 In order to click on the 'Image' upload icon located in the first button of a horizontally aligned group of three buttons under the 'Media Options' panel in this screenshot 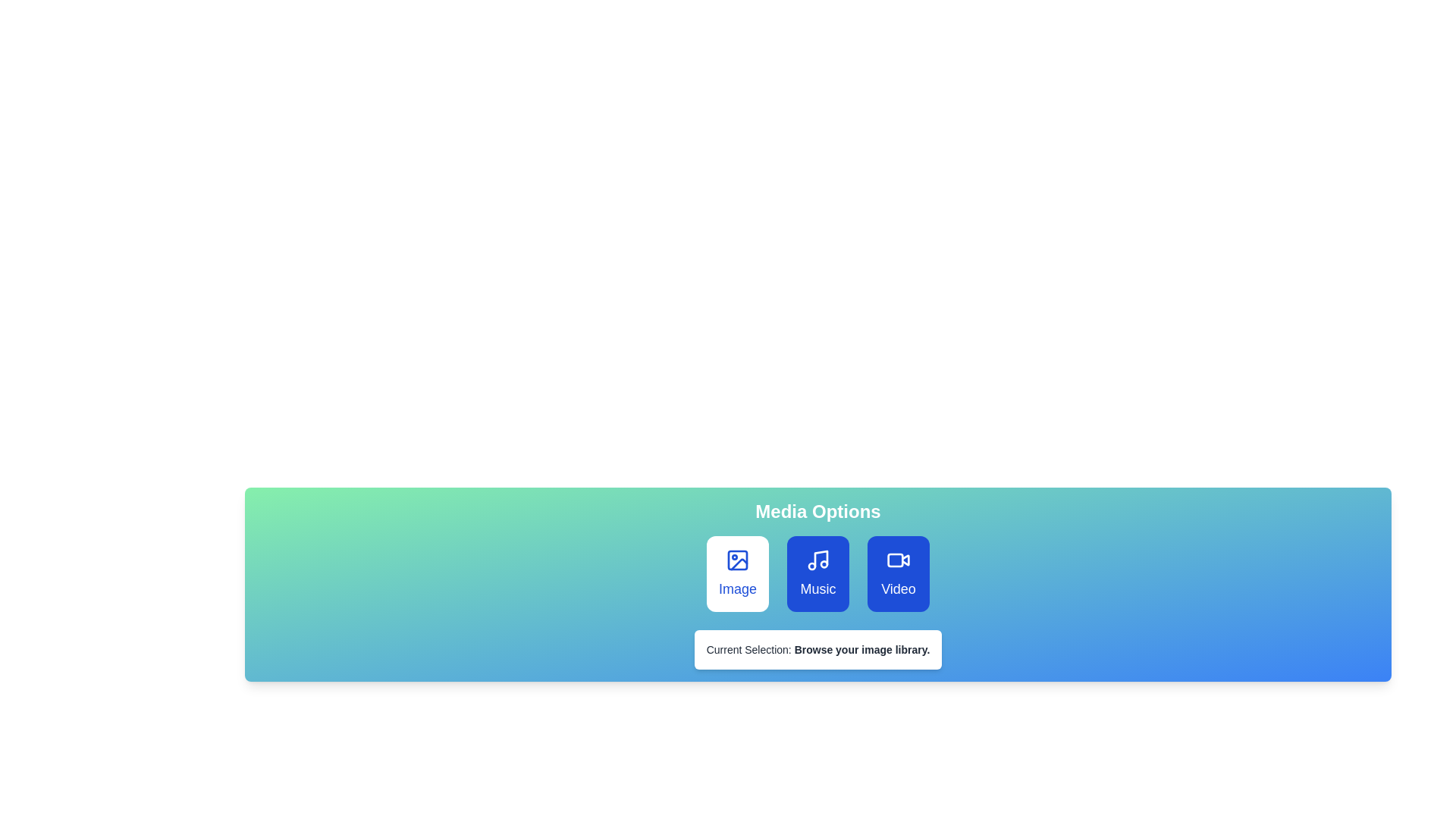, I will do `click(738, 560)`.